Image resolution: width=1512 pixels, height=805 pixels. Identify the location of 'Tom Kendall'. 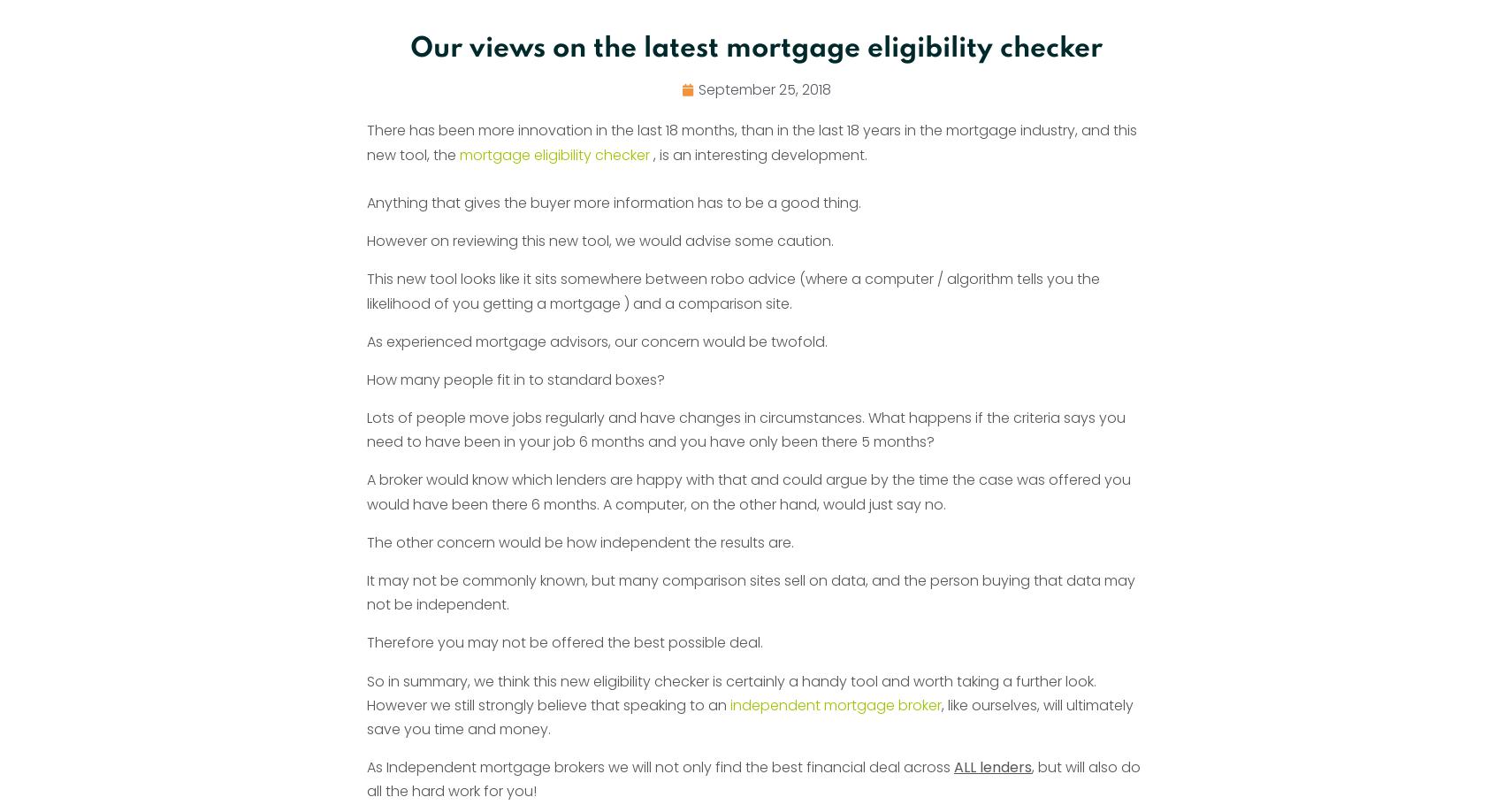
(661, 113).